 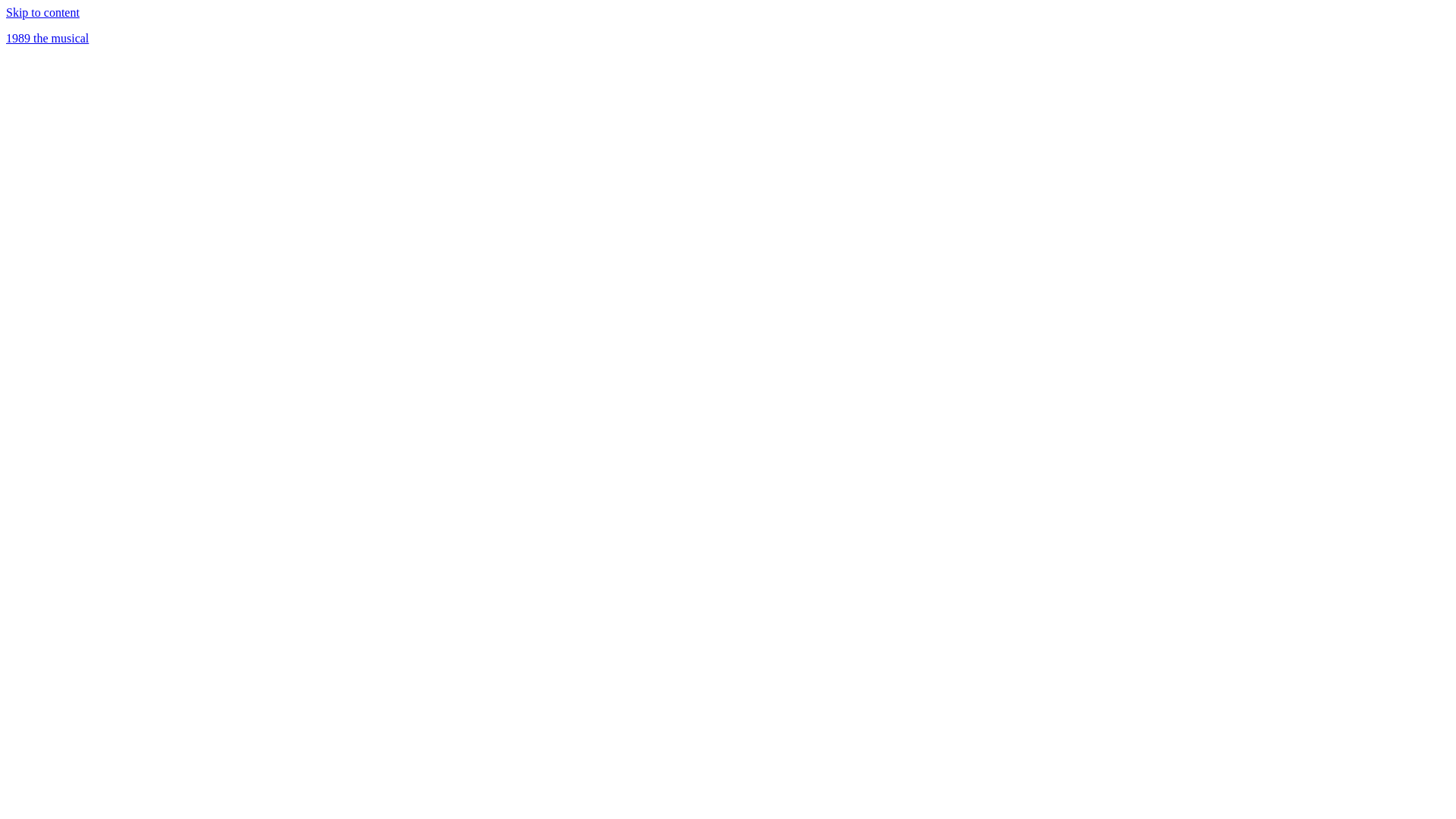 I want to click on 'Skip to content', so click(x=6, y=12).